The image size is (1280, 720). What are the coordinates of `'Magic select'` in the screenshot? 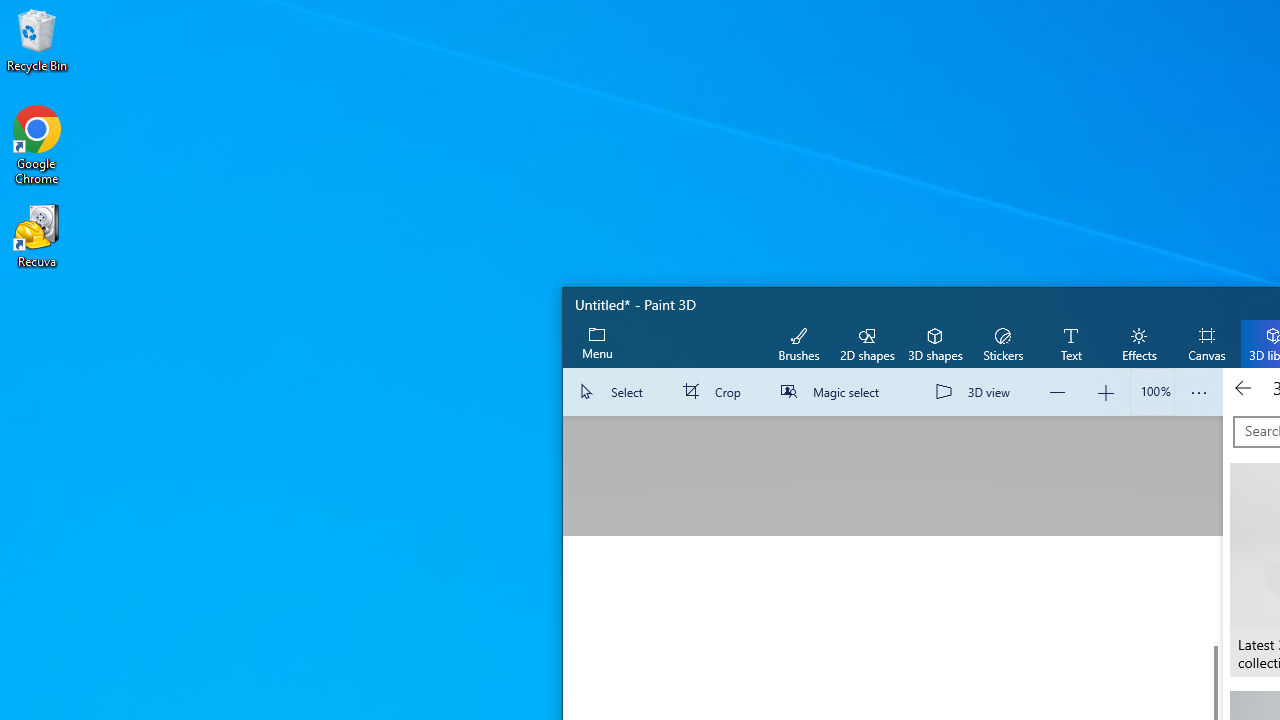 It's located at (833, 392).